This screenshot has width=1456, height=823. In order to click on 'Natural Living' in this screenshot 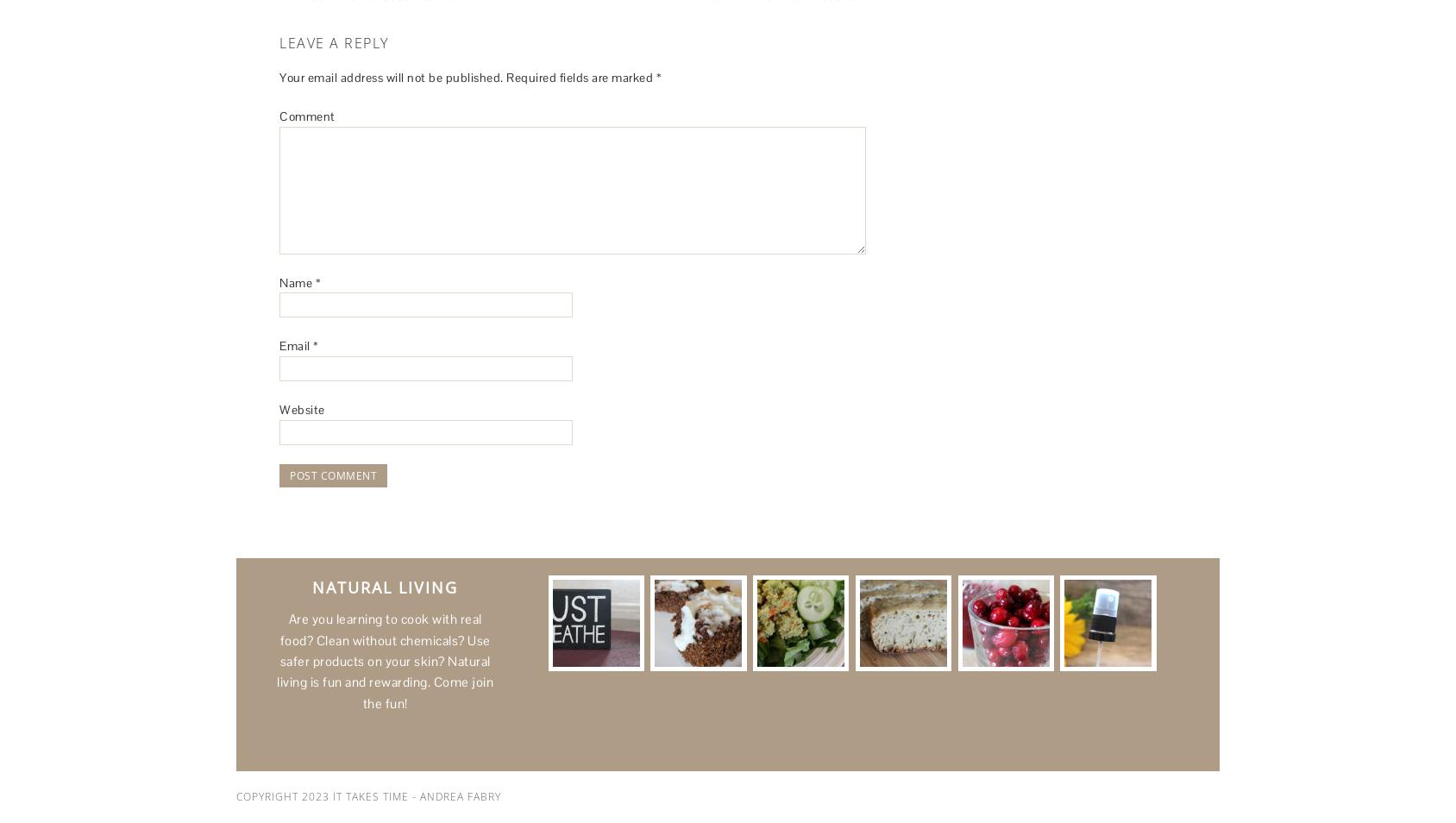, I will do `click(384, 586)`.